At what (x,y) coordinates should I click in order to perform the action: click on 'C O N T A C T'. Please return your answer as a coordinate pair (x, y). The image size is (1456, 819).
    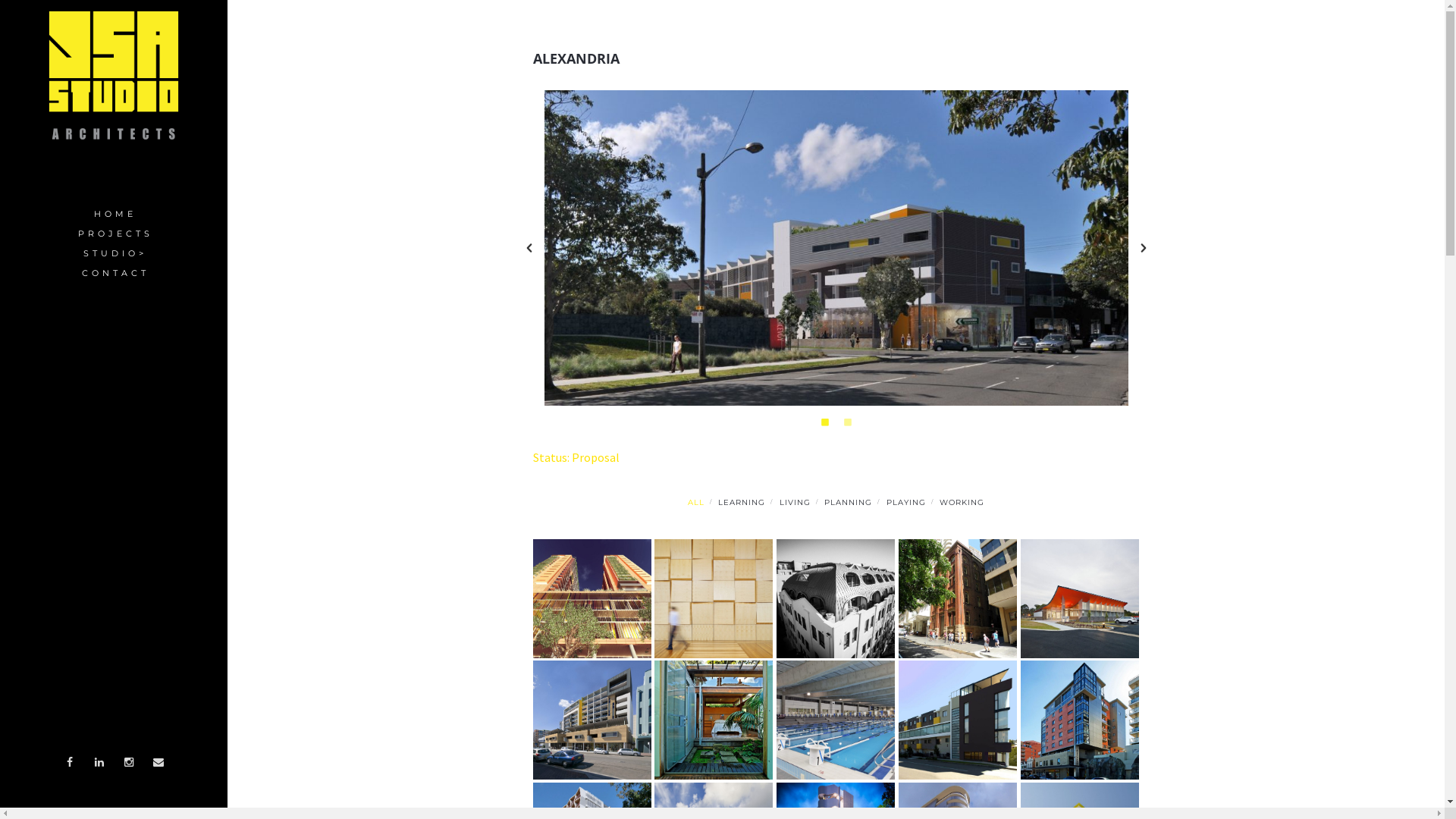
    Looking at the image, I should click on (112, 274).